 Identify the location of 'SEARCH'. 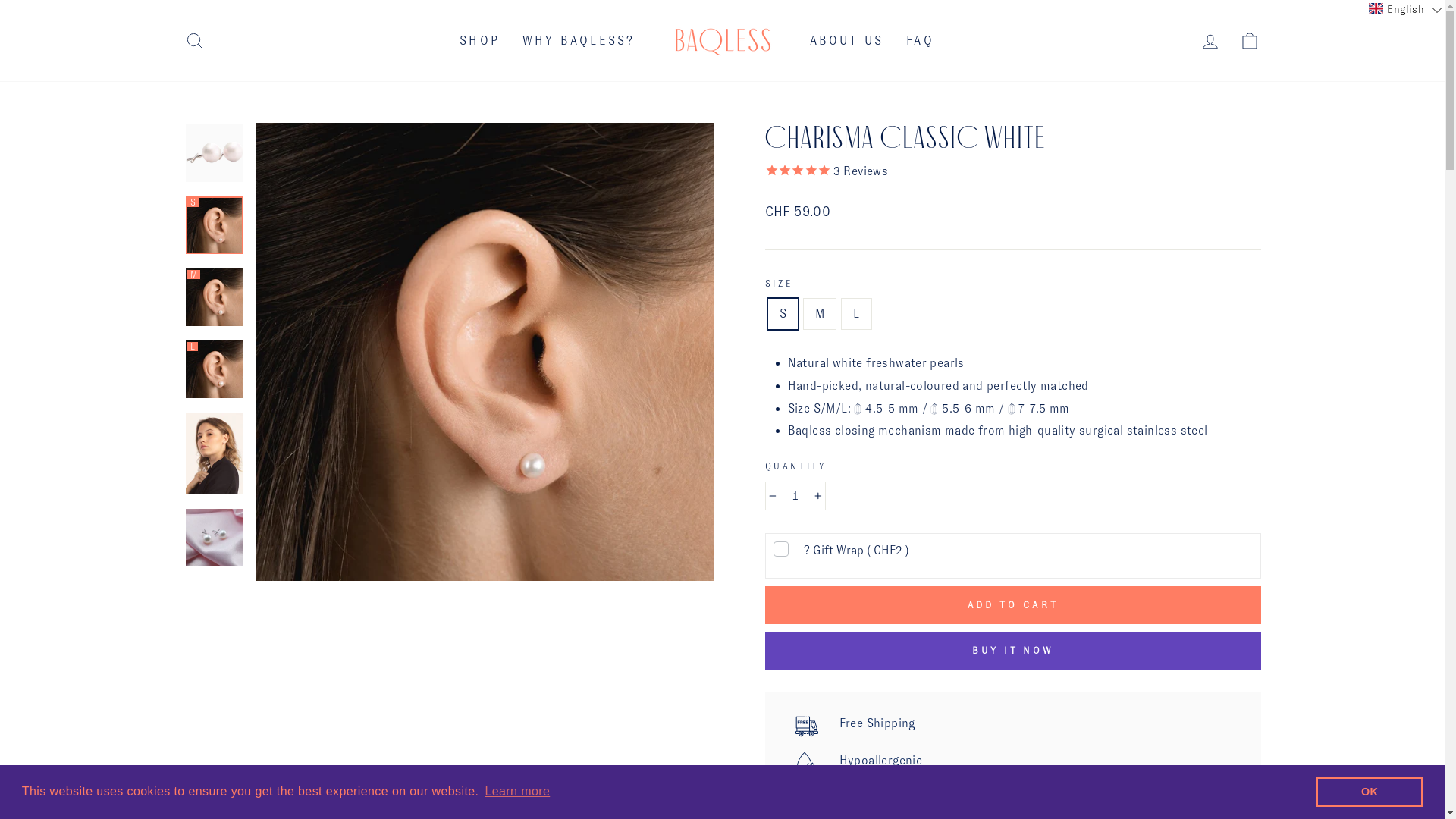
(193, 39).